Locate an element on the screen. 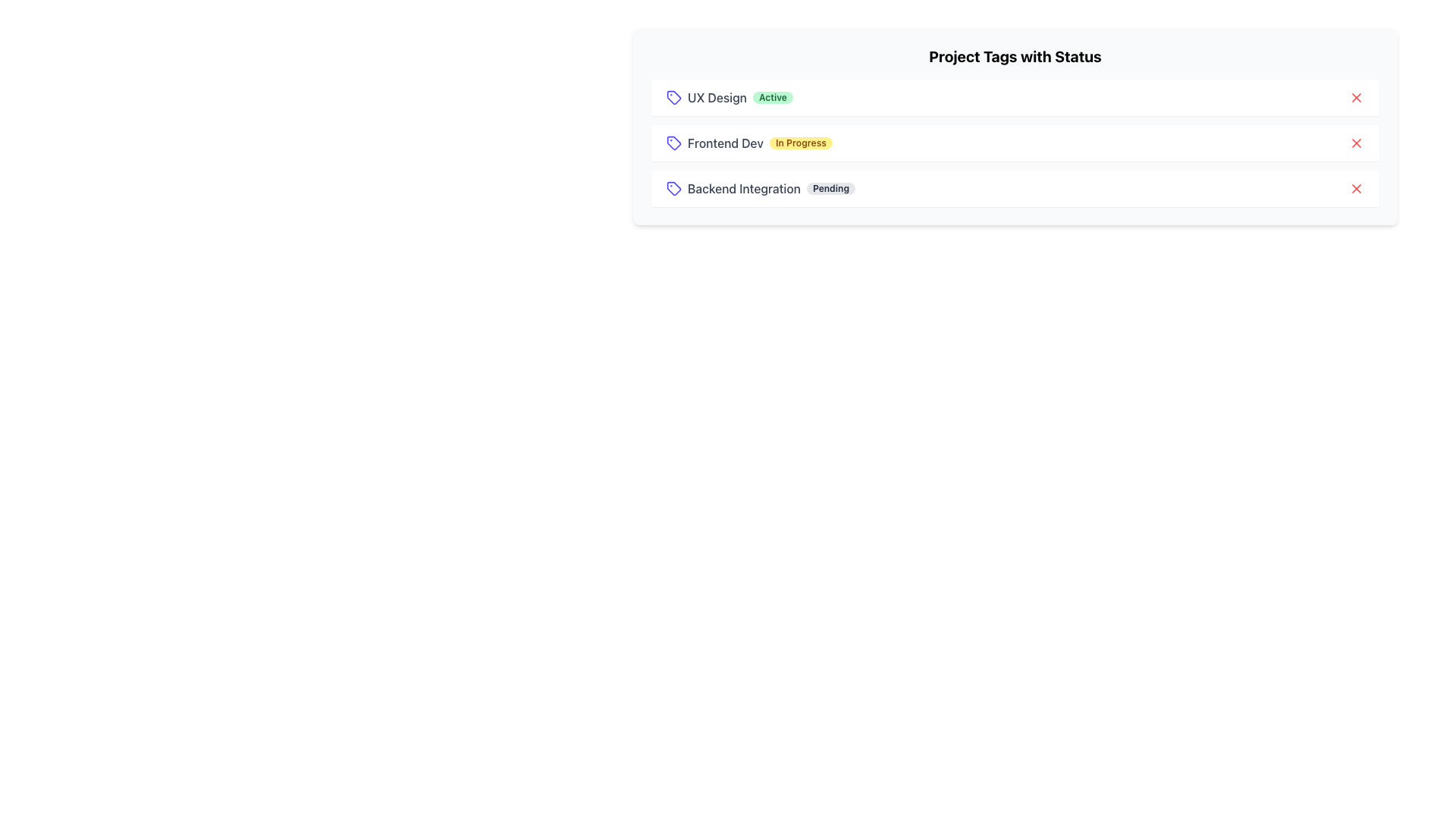  the SVG tag icon outlined in indigo color, which is the first visual component in the 'Backend IntegrationPending' item in the project statuses list is located at coordinates (673, 188).